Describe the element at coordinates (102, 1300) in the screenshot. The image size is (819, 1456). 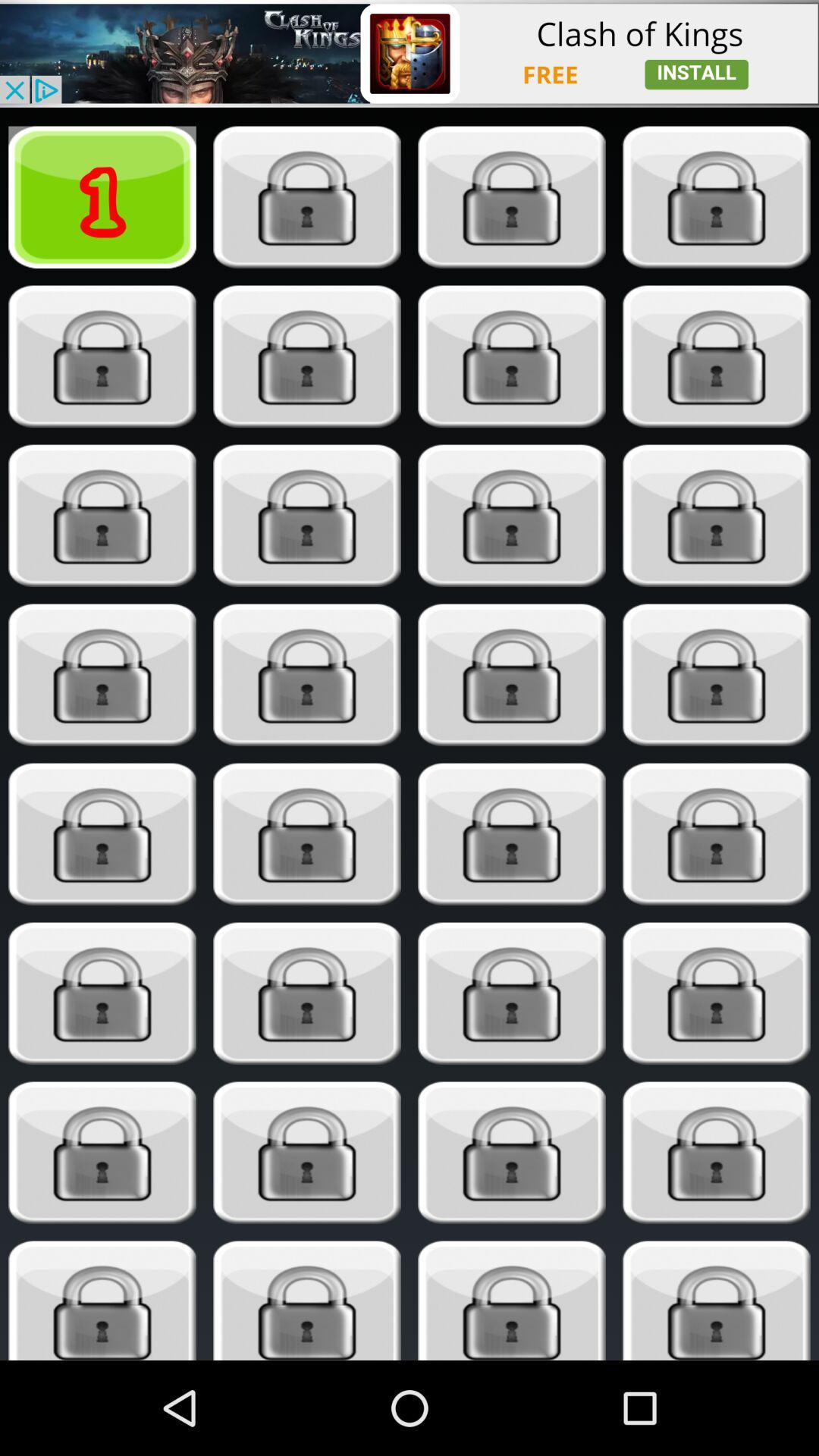
I see `select` at that location.